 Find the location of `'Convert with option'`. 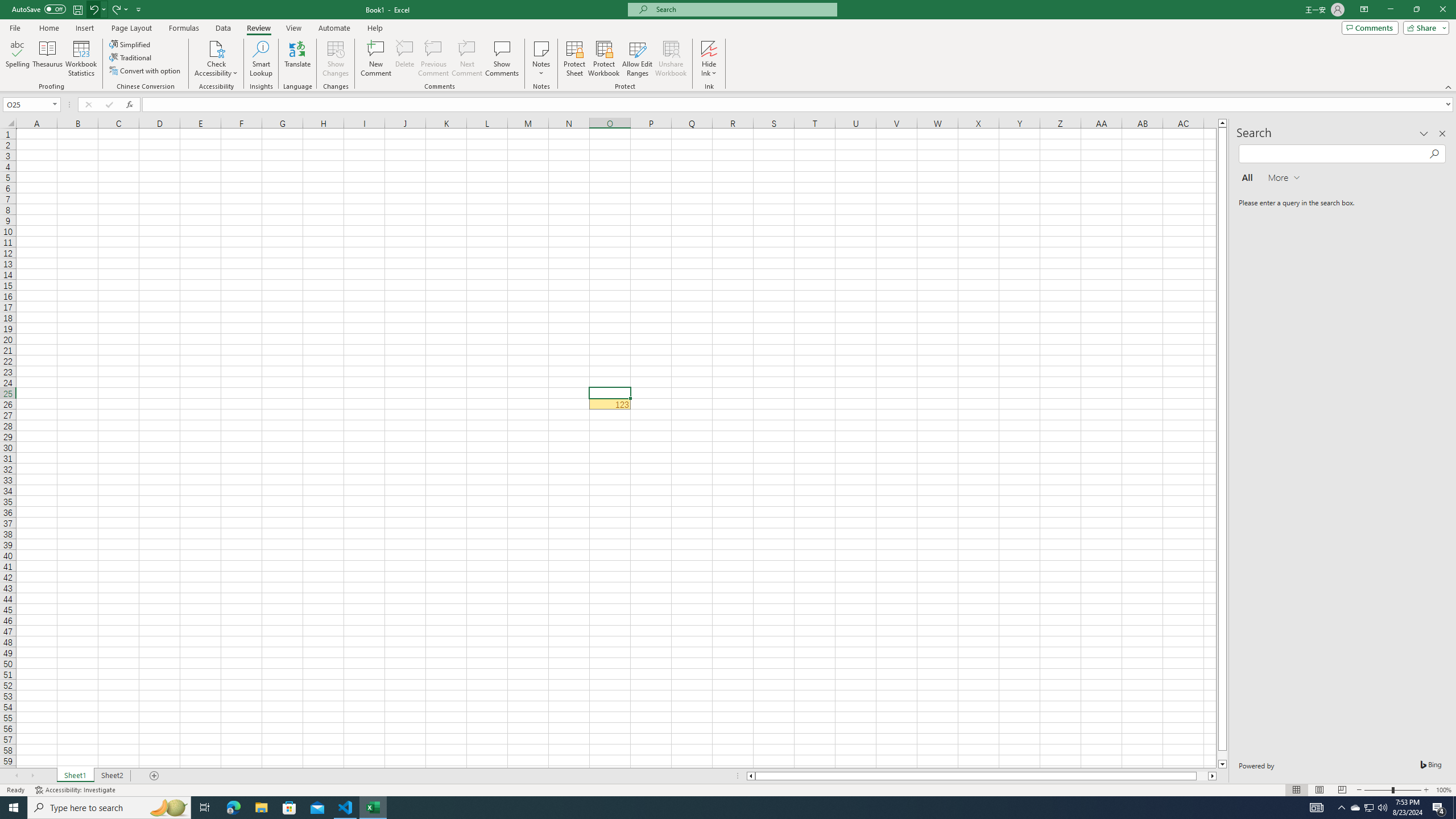

'Convert with option' is located at coordinates (146, 69).